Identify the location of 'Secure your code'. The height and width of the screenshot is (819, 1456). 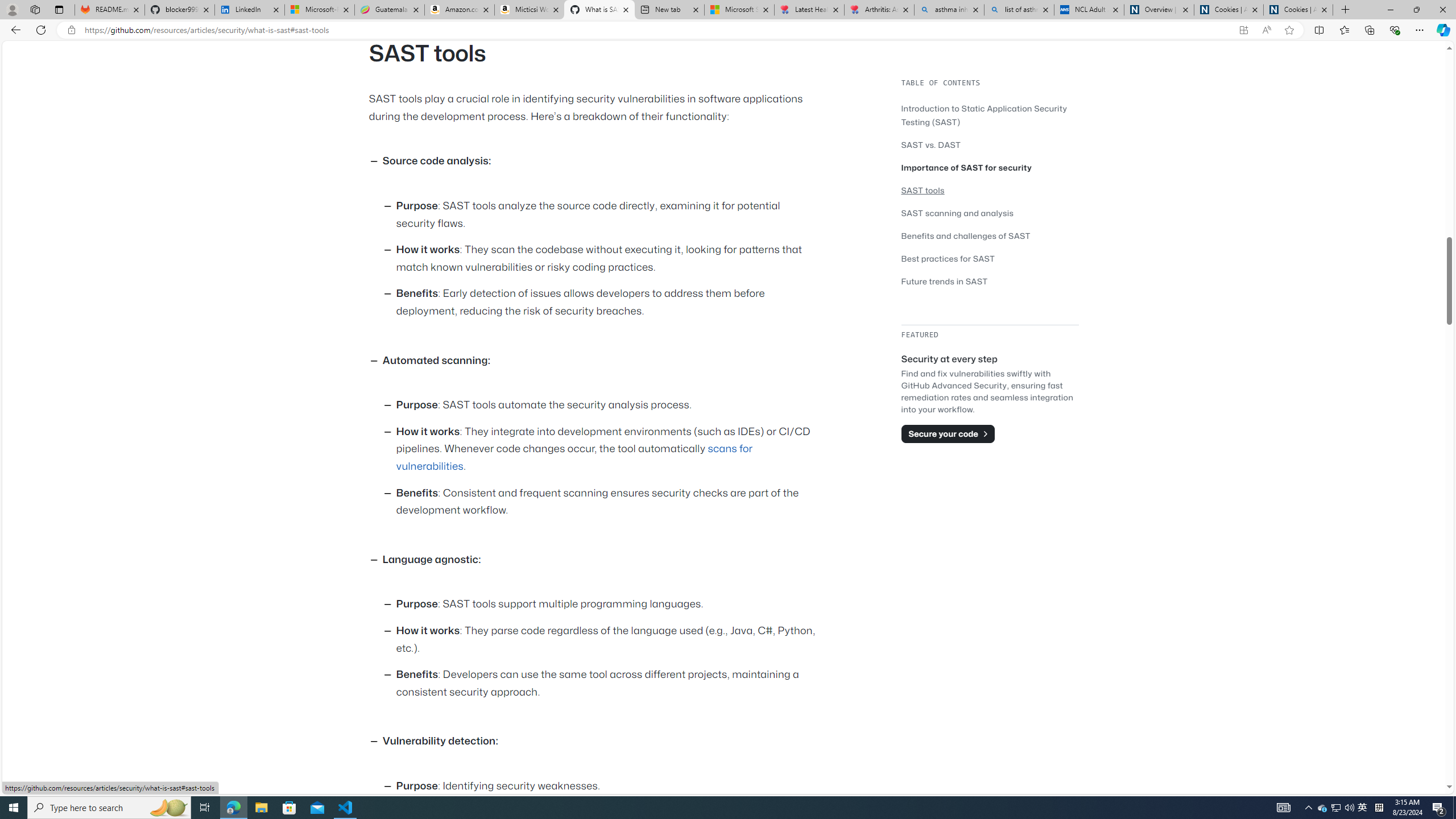
(948, 433).